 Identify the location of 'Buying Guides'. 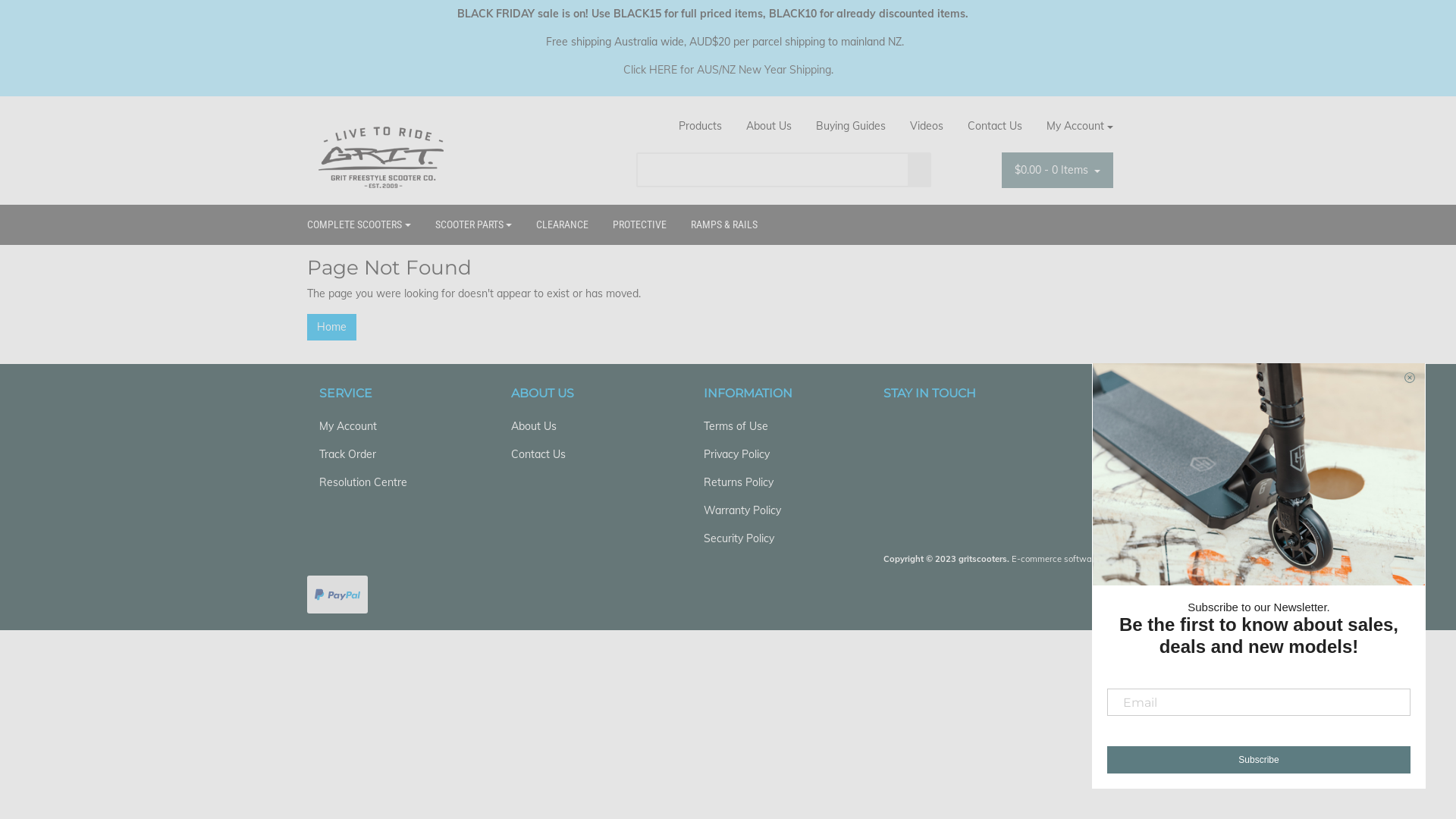
(851, 125).